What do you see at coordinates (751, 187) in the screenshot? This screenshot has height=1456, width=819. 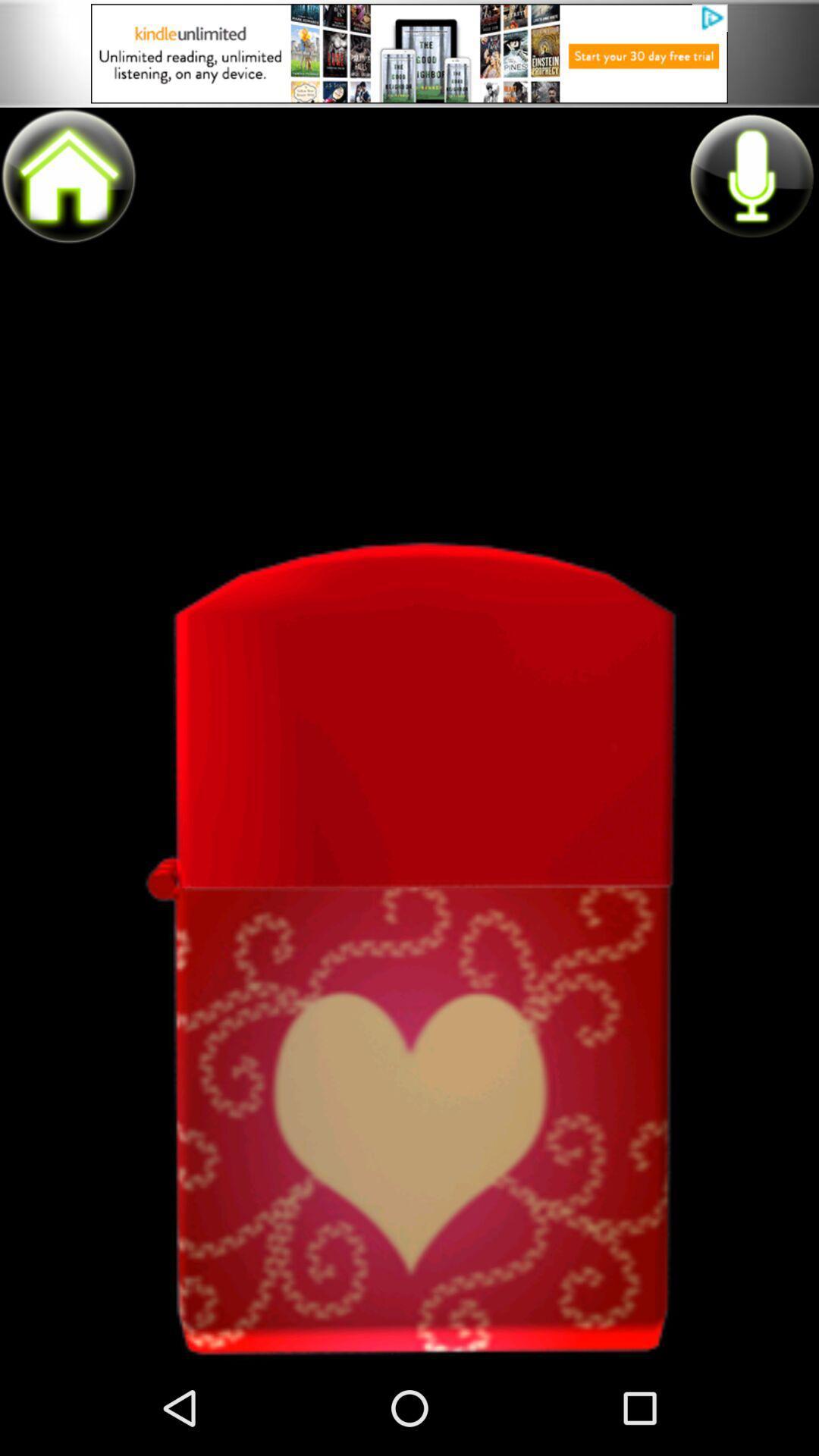 I see `the microphone icon` at bounding box center [751, 187].